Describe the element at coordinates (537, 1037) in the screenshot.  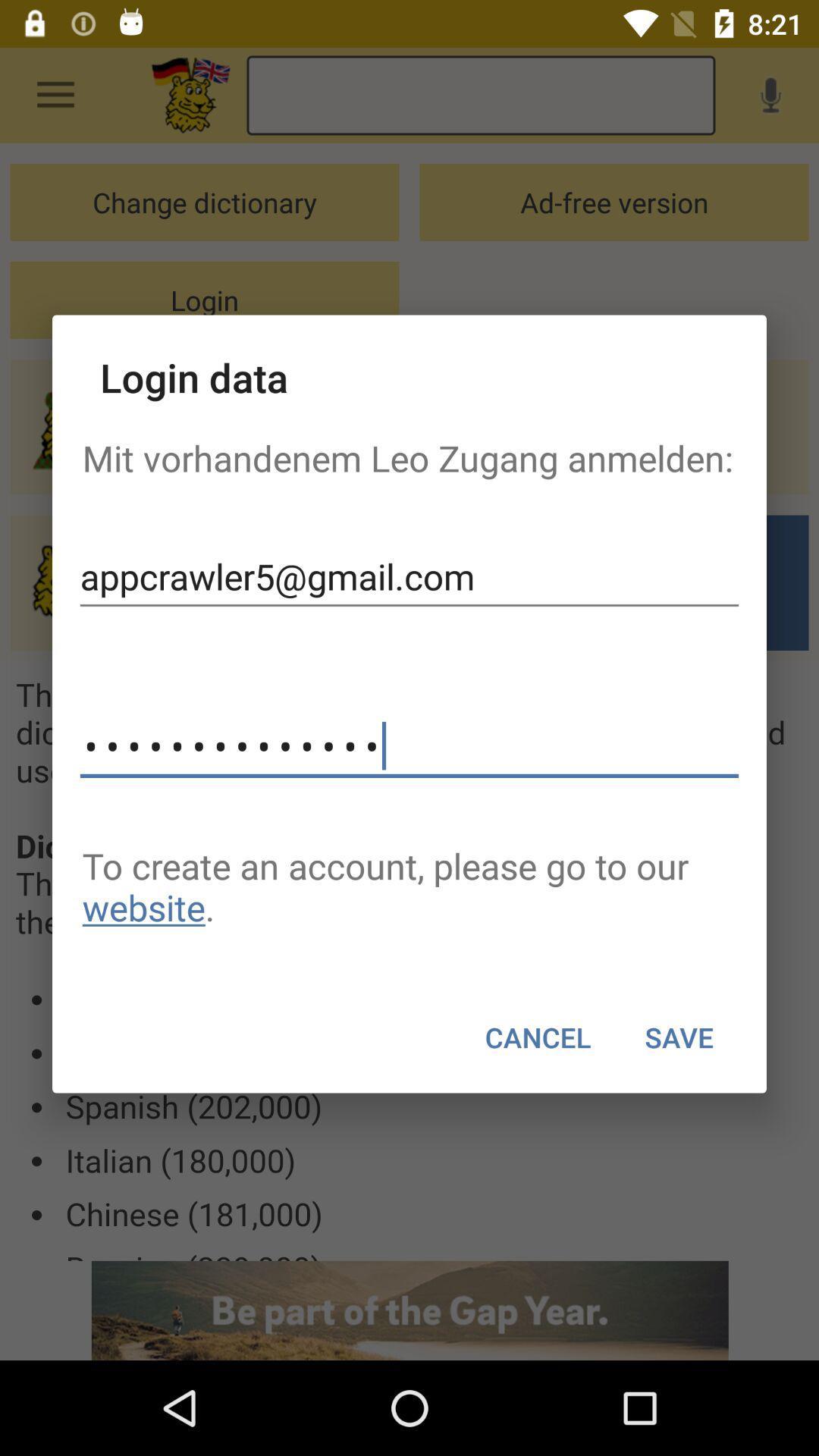
I see `cancel item` at that location.